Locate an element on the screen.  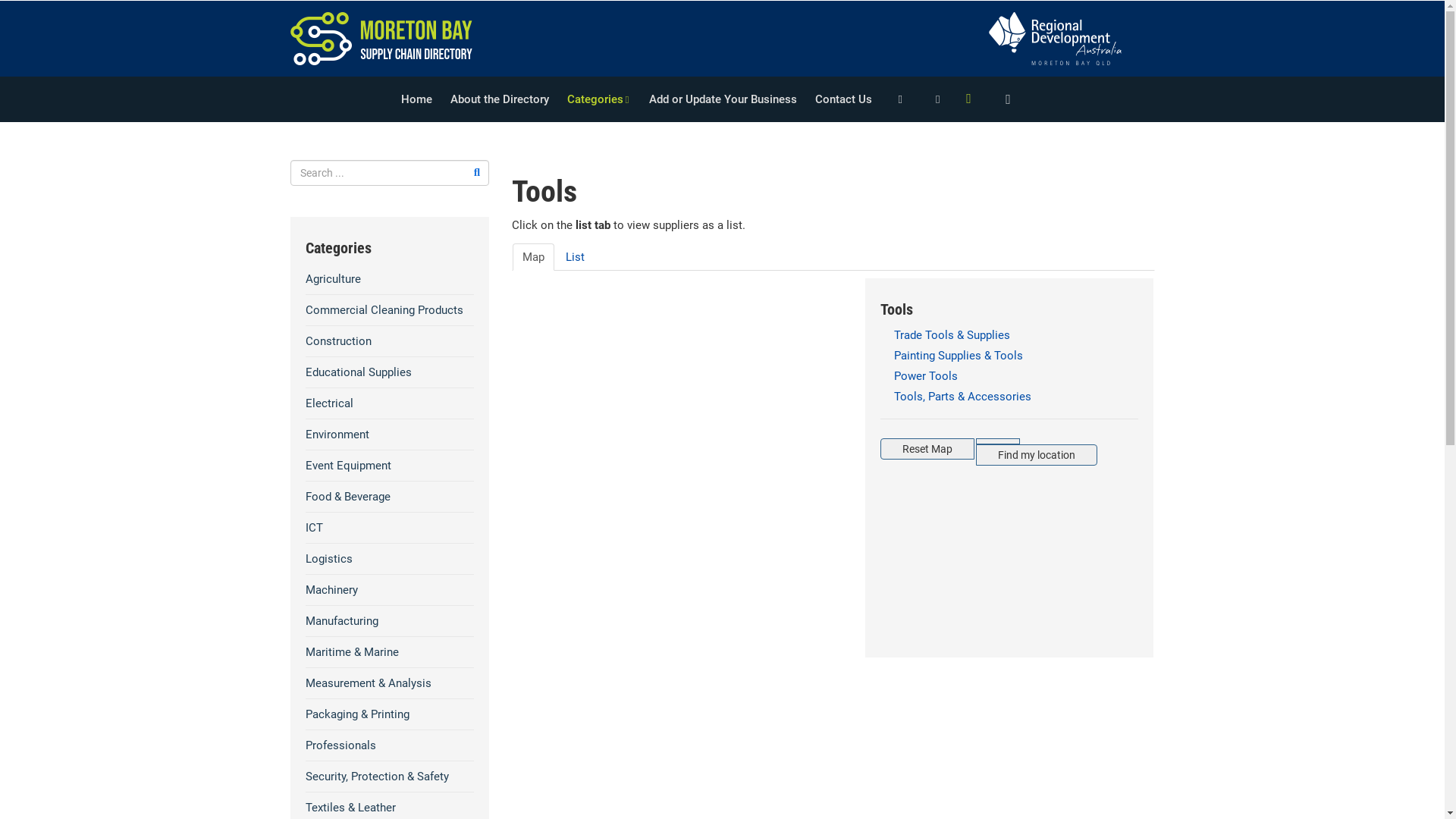
'Logistics' is located at coordinates (304, 558).